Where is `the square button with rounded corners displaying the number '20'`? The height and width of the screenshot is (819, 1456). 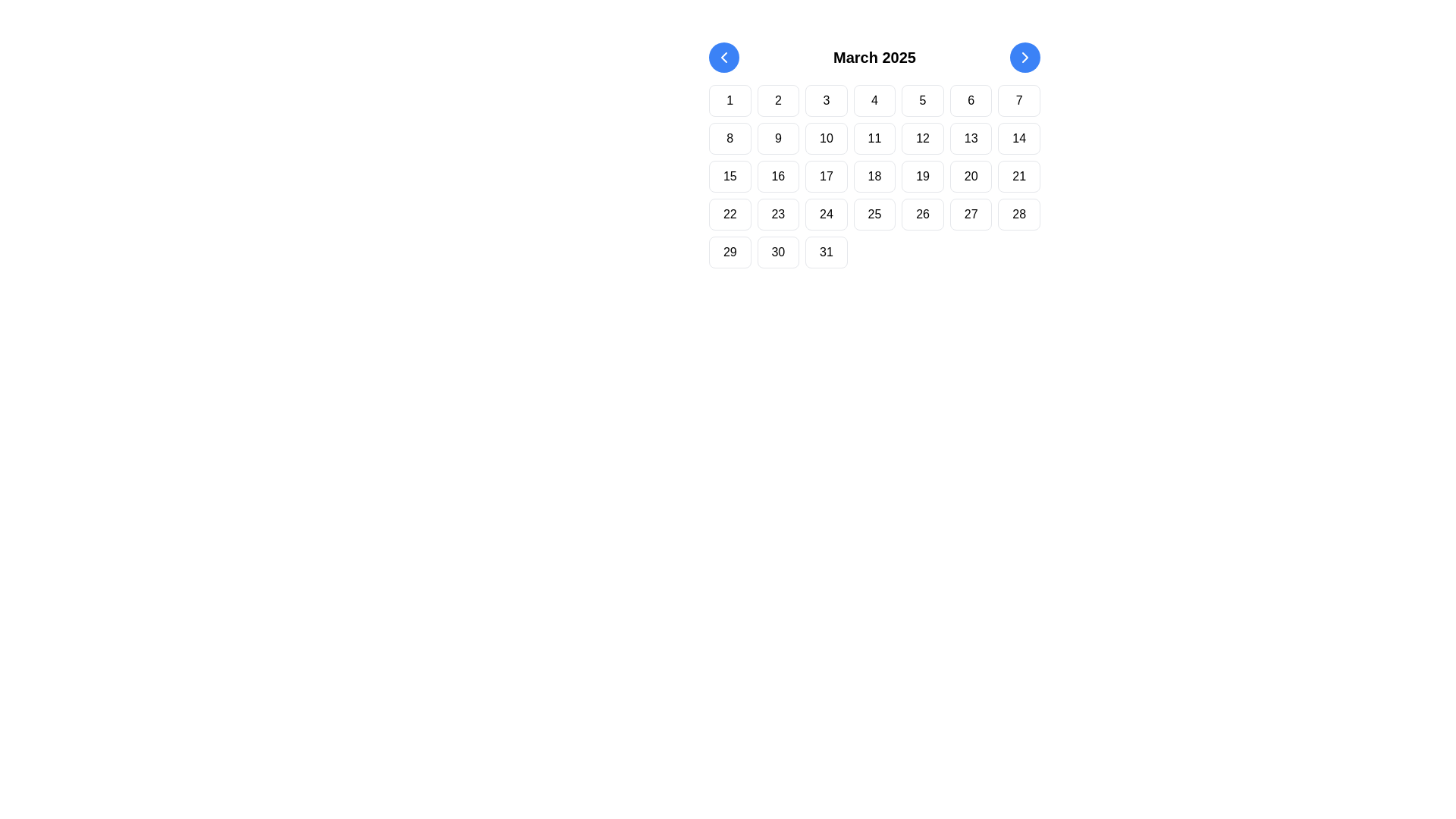 the square button with rounded corners displaying the number '20' is located at coordinates (971, 175).